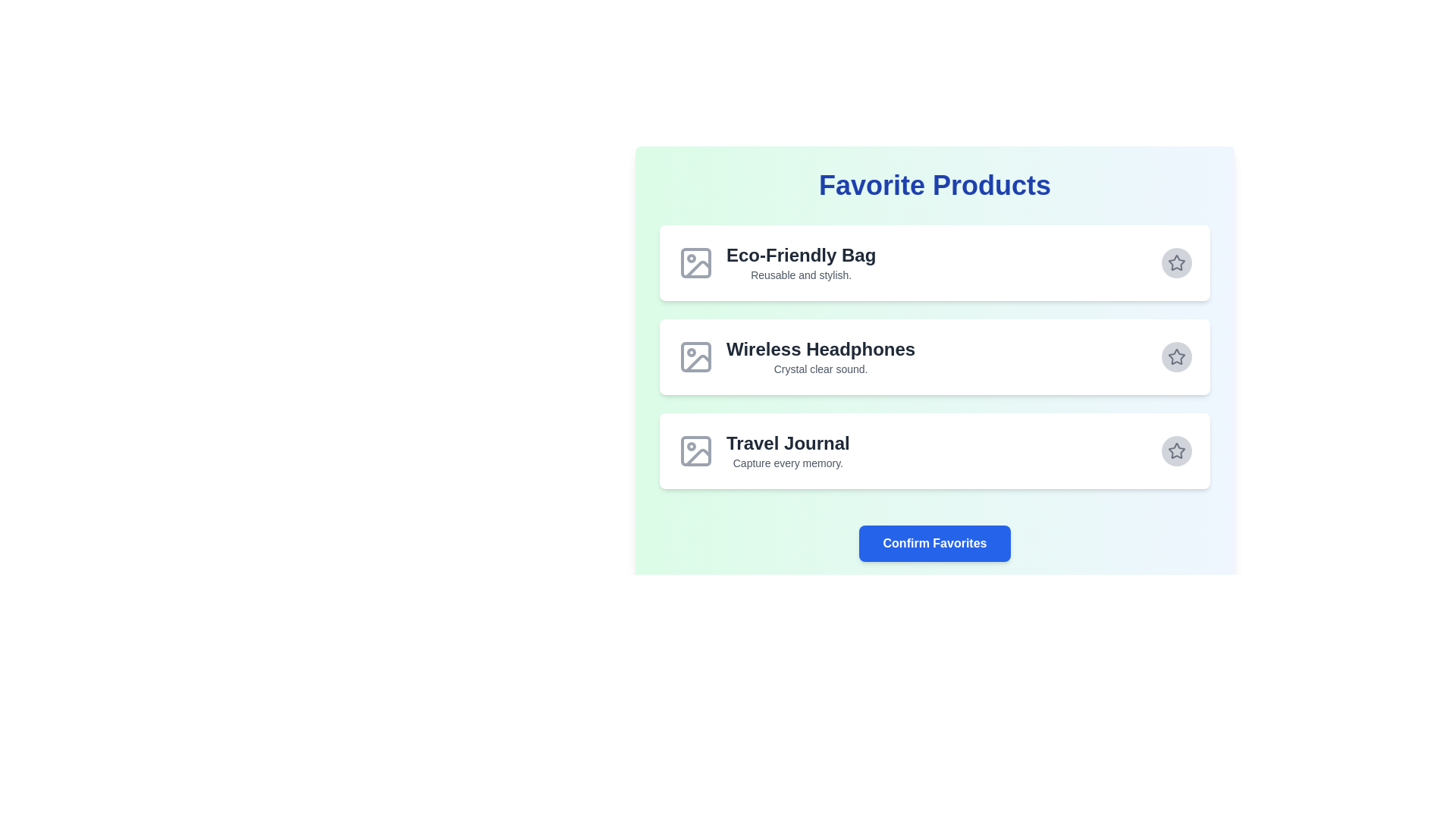  I want to click on the 'Confirm Favorites' button to confirm the selections, so click(934, 543).